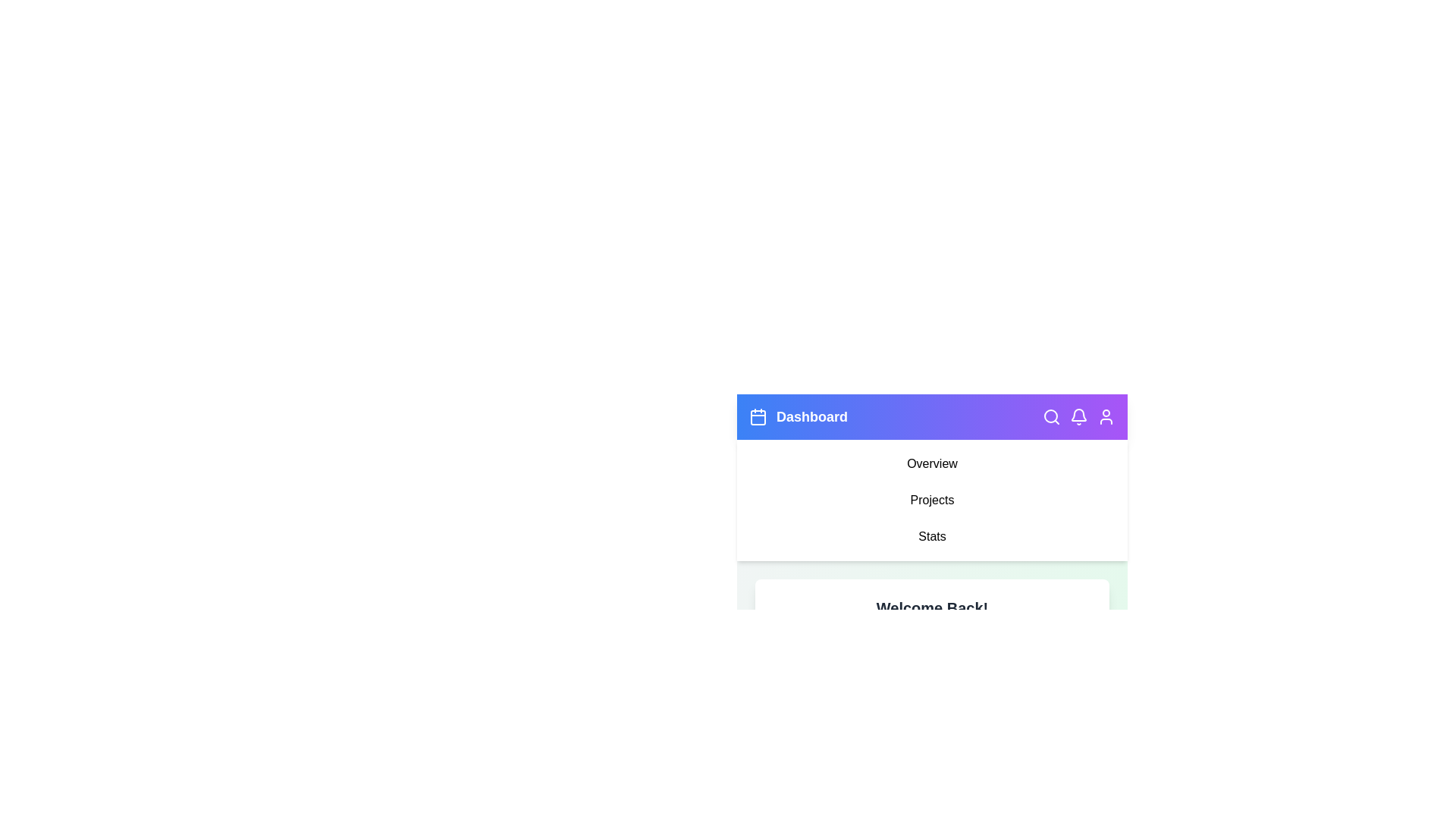 This screenshot has width=1456, height=819. Describe the element at coordinates (930, 463) in the screenshot. I see `the 'Overview' menu item to activate it` at that location.